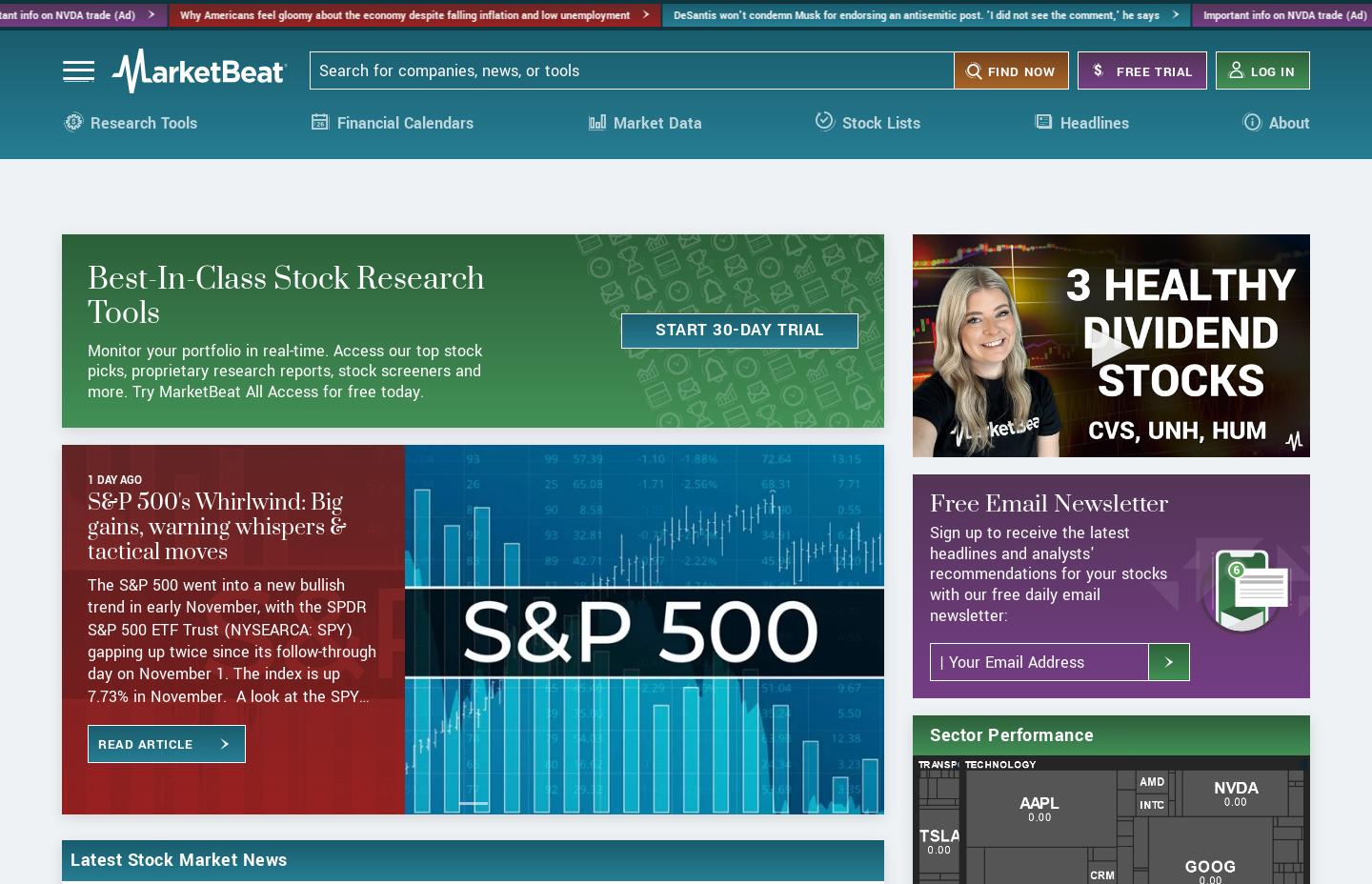 This screenshot has width=1372, height=884. Describe the element at coordinates (1171, 13) in the screenshot. I see `'Important info on NVDA trade (Ad)'` at that location.